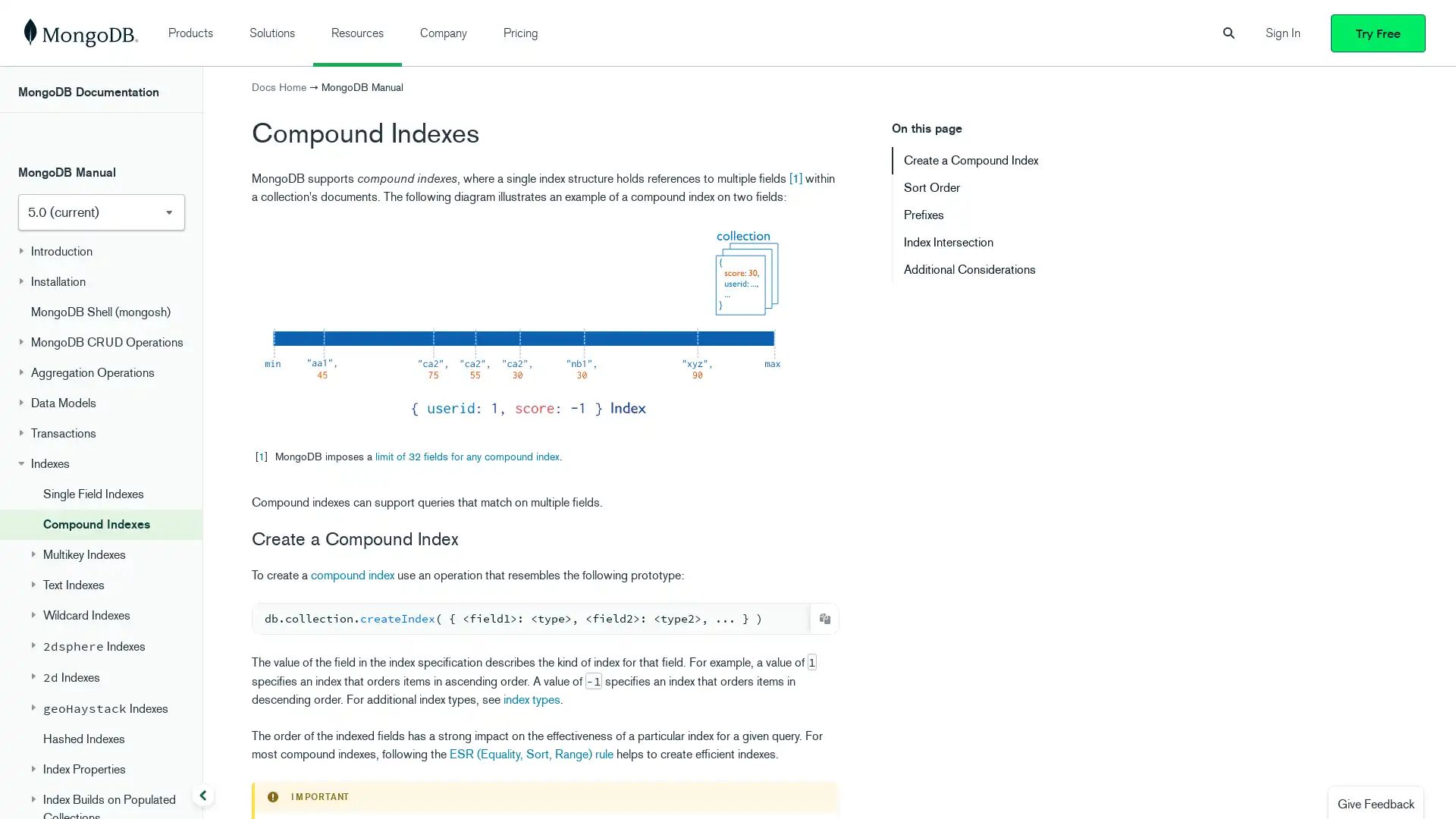 Image resolution: width=1456 pixels, height=819 pixels. Describe the element at coordinates (101, 214) in the screenshot. I see `5.0 (current)` at that location.